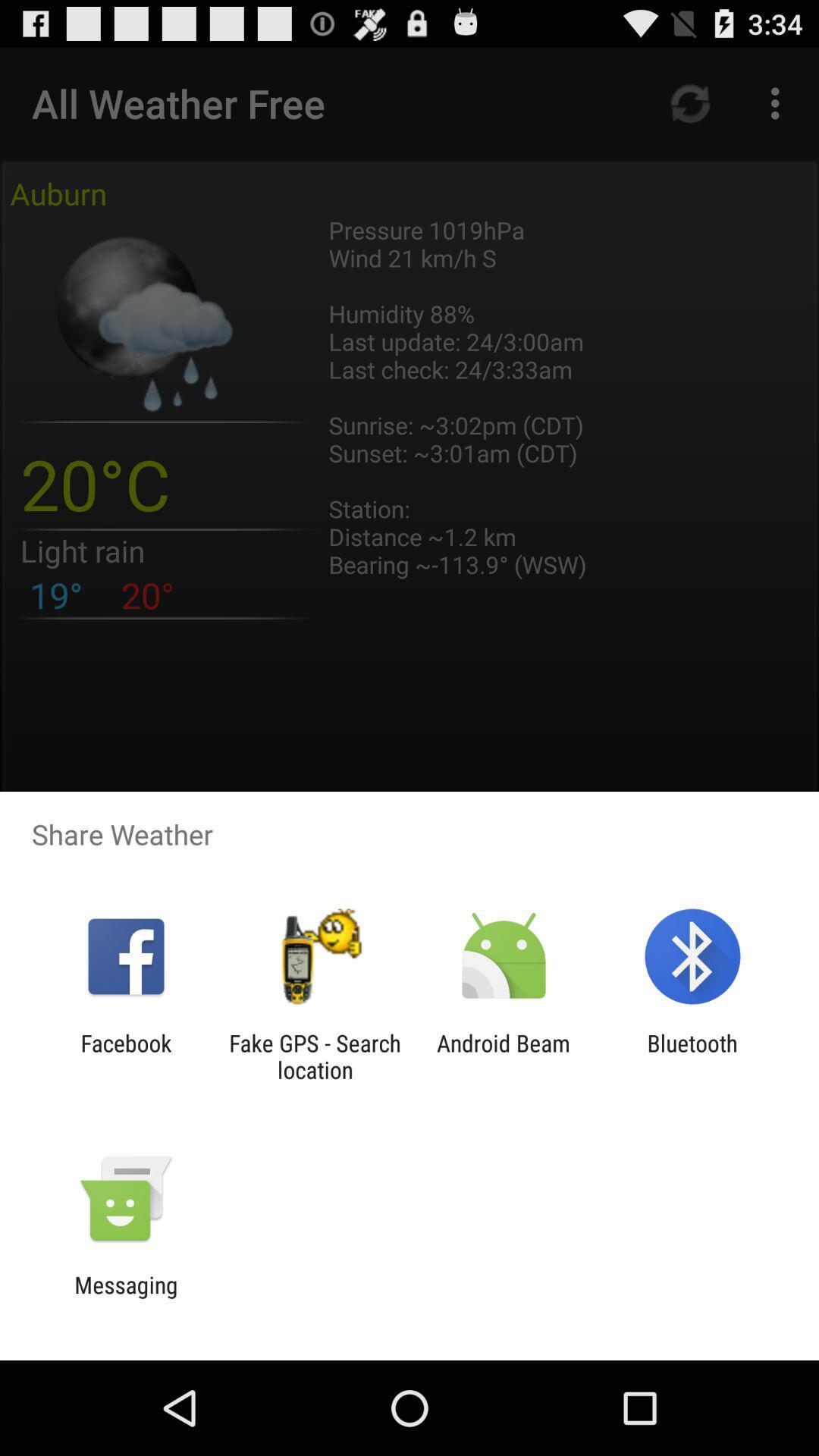 The height and width of the screenshot is (1456, 819). I want to click on the messaging, so click(125, 1298).